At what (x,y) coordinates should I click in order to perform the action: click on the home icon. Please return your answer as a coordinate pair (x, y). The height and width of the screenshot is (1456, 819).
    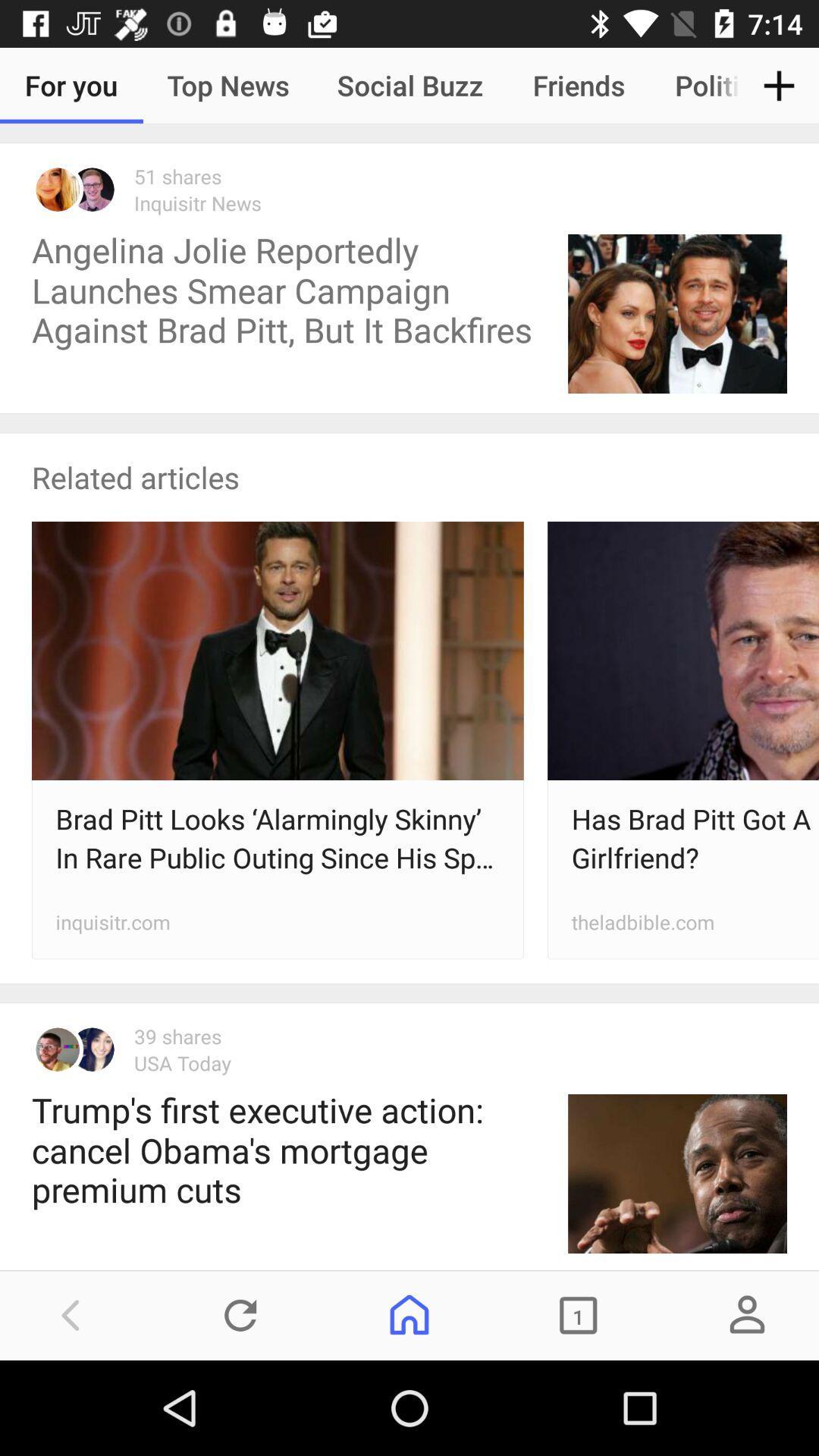
    Looking at the image, I should click on (409, 1314).